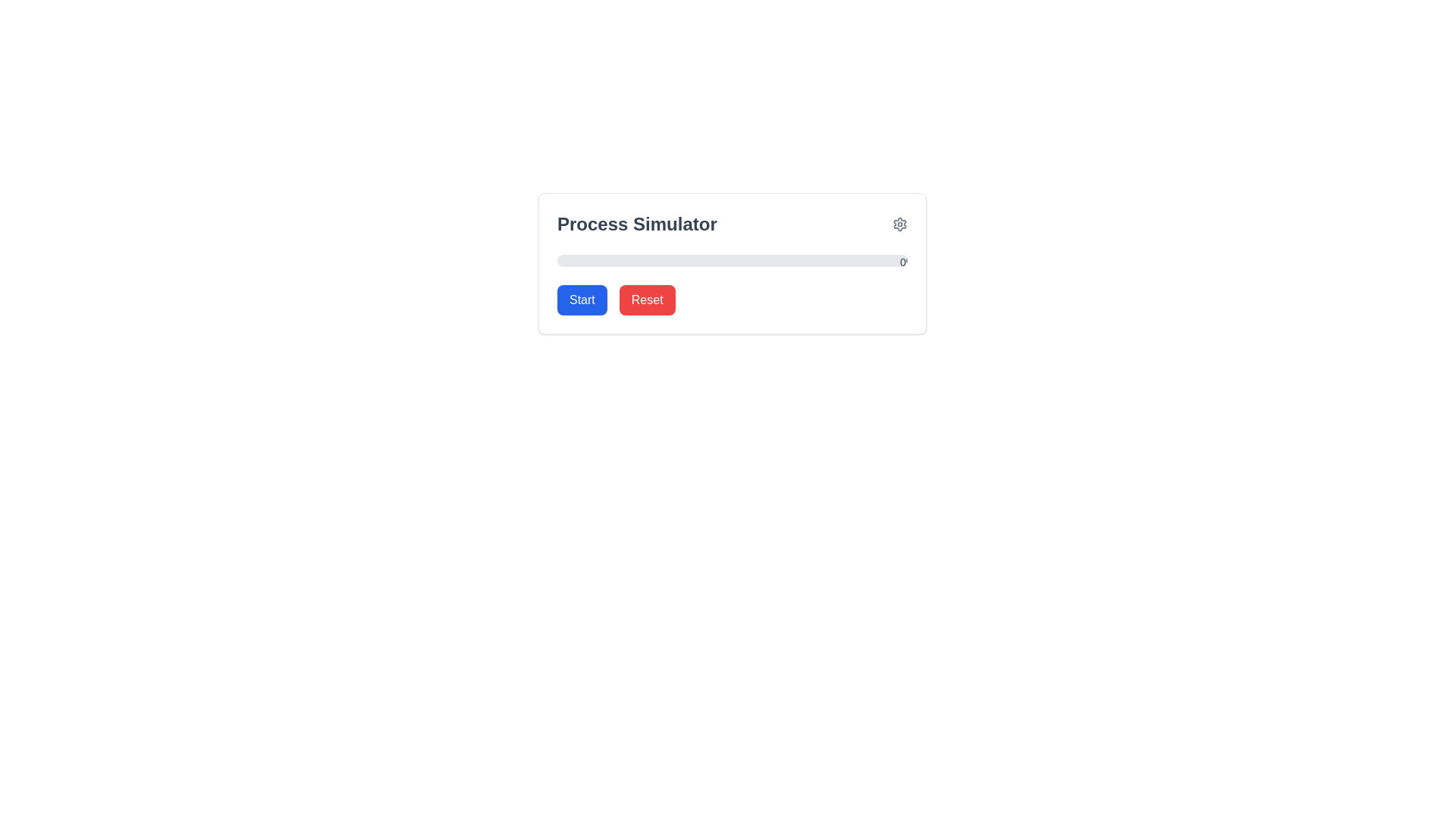 The width and height of the screenshot is (1456, 819). What do you see at coordinates (637, 224) in the screenshot?
I see `the 'Process Simulator' text label, which is styled with a bold font and displayed in dark gray` at bounding box center [637, 224].